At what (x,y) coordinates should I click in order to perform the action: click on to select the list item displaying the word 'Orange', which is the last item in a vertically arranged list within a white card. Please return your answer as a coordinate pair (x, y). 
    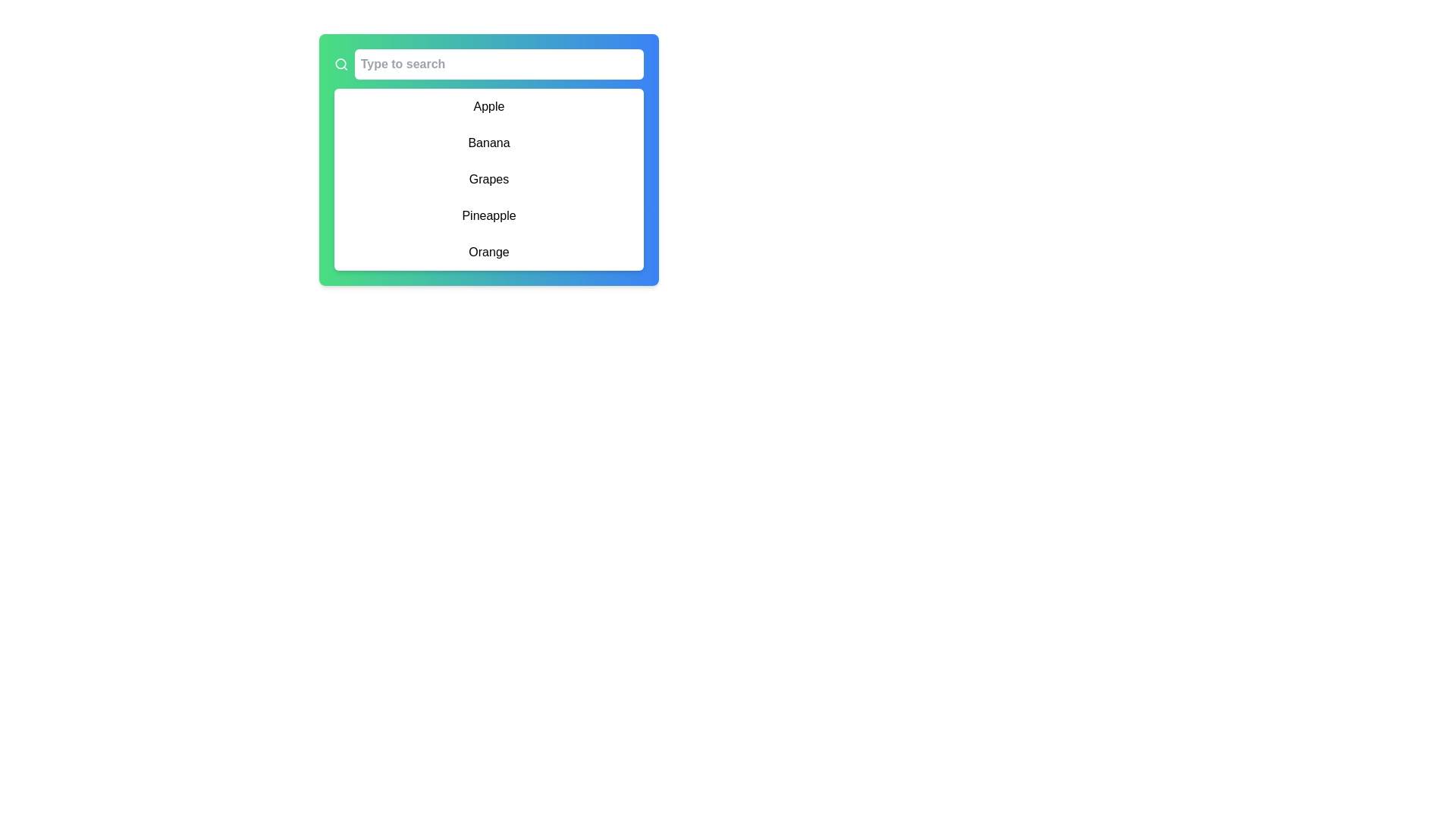
    Looking at the image, I should click on (488, 251).